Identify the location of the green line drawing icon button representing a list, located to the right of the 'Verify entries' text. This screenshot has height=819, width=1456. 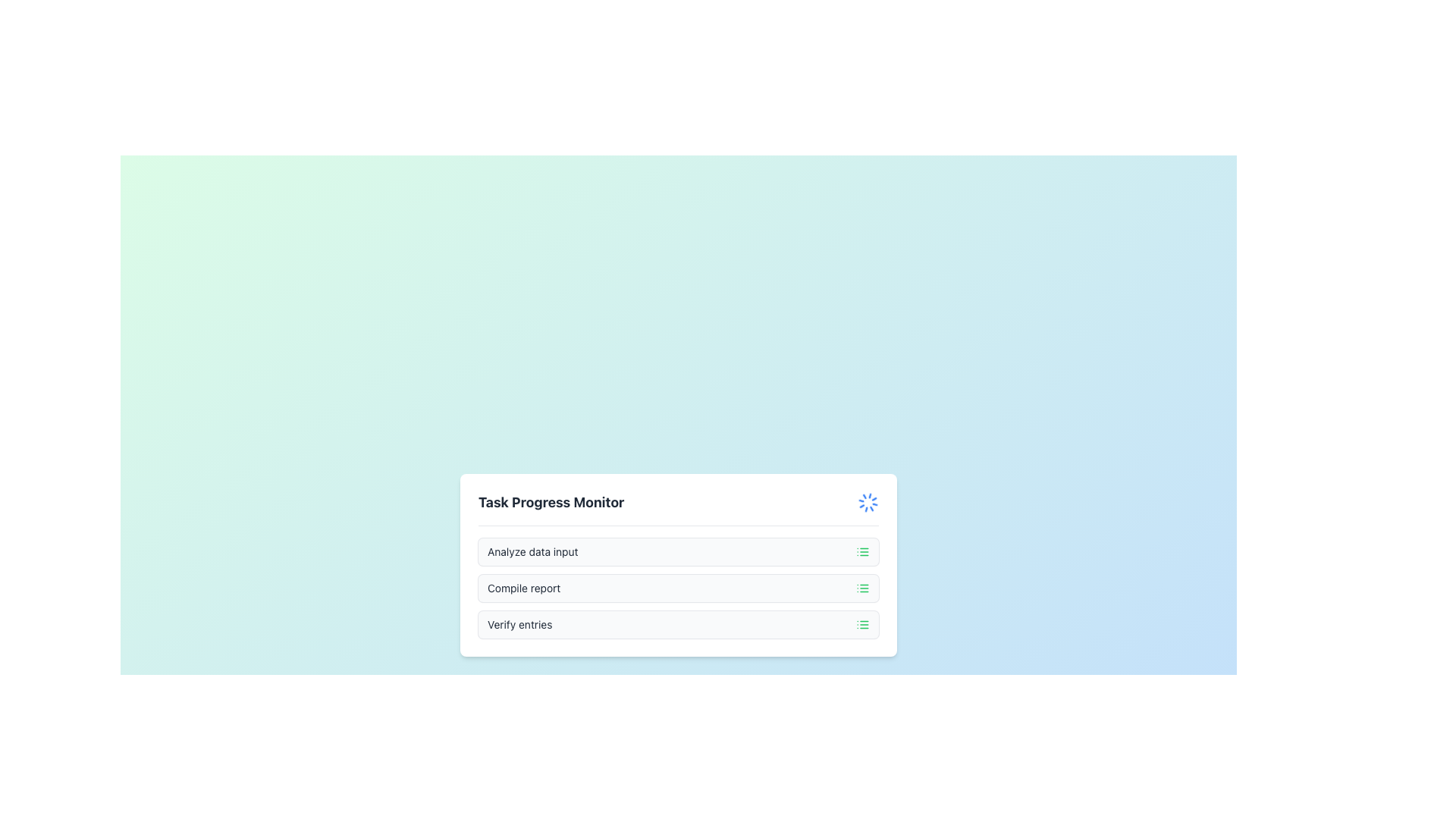
(862, 623).